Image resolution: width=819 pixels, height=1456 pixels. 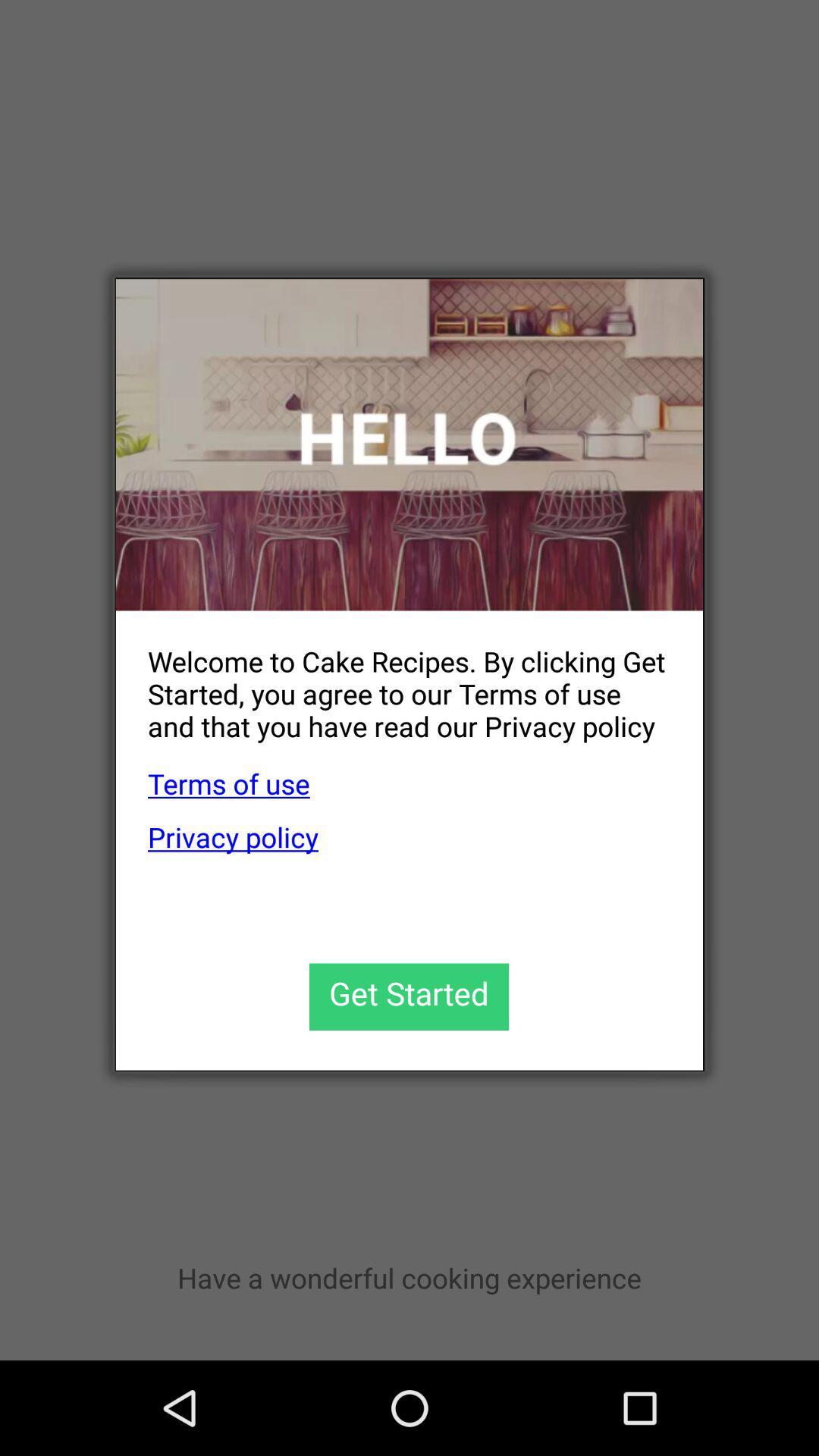 I want to click on welcome to cake icon, so click(x=393, y=681).